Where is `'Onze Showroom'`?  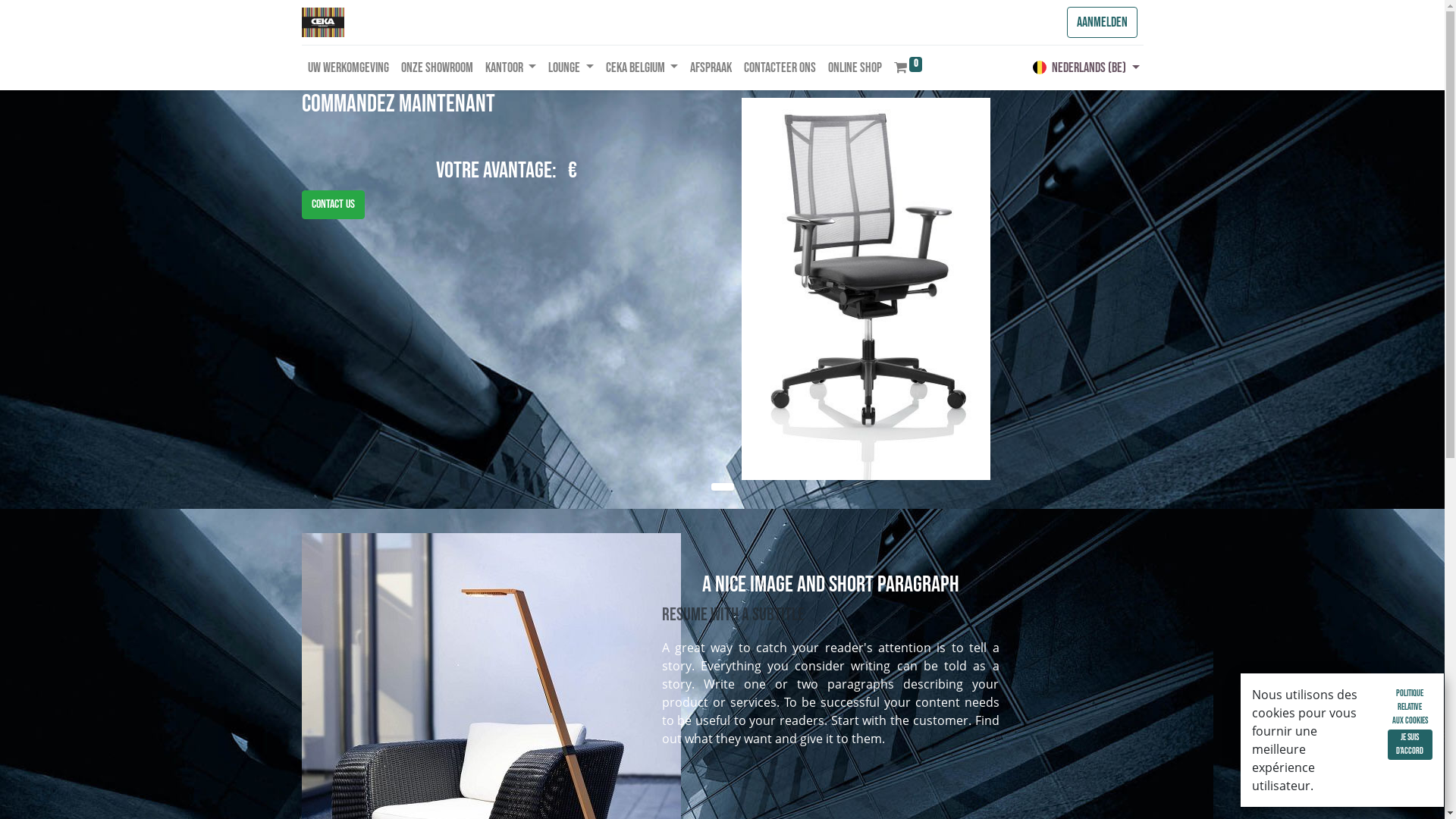 'Onze Showroom' is located at coordinates (394, 67).